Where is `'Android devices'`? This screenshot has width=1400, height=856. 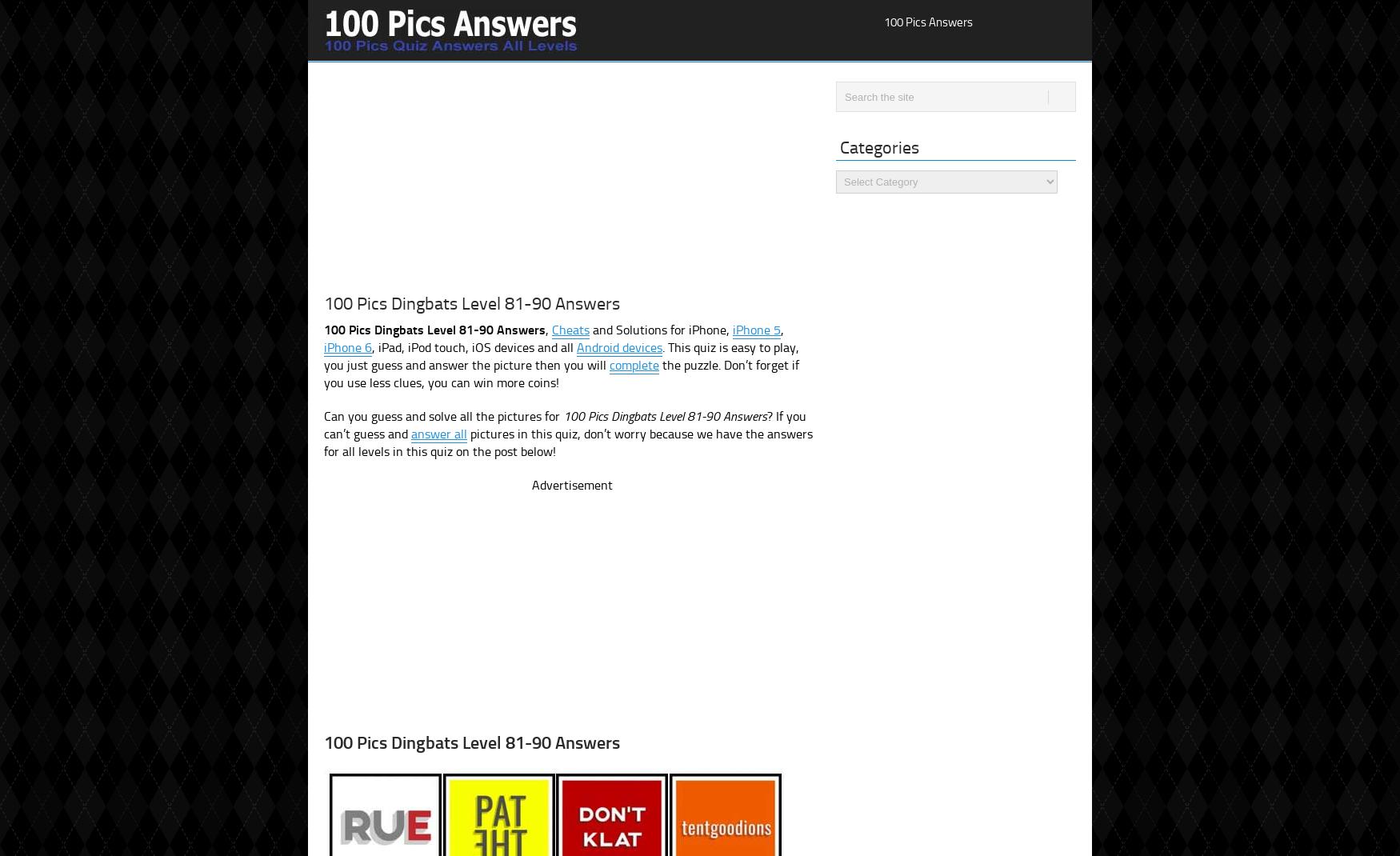
'Android devices' is located at coordinates (618, 346).